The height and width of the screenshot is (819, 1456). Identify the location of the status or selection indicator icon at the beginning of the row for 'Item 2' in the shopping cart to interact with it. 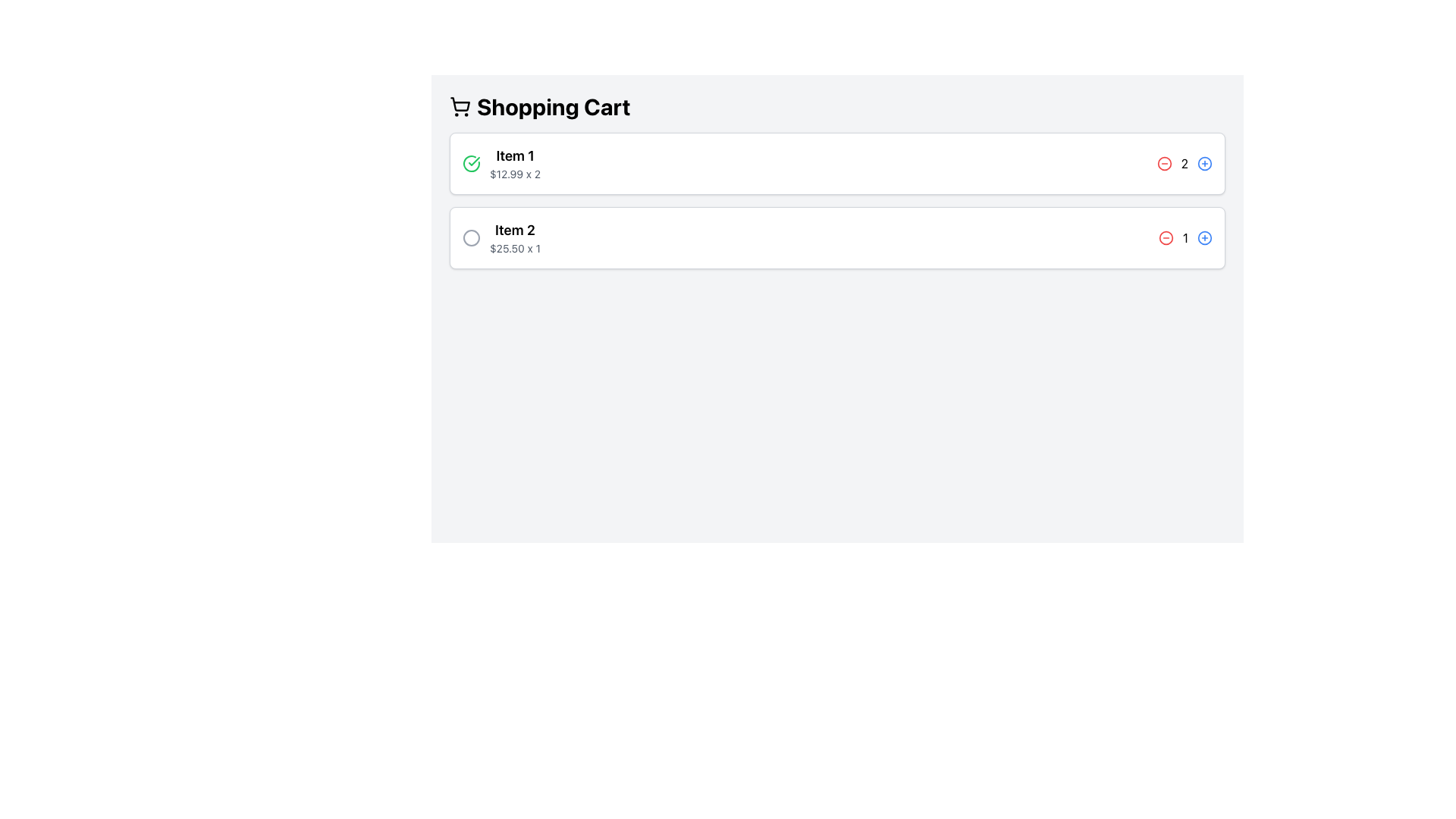
(471, 237).